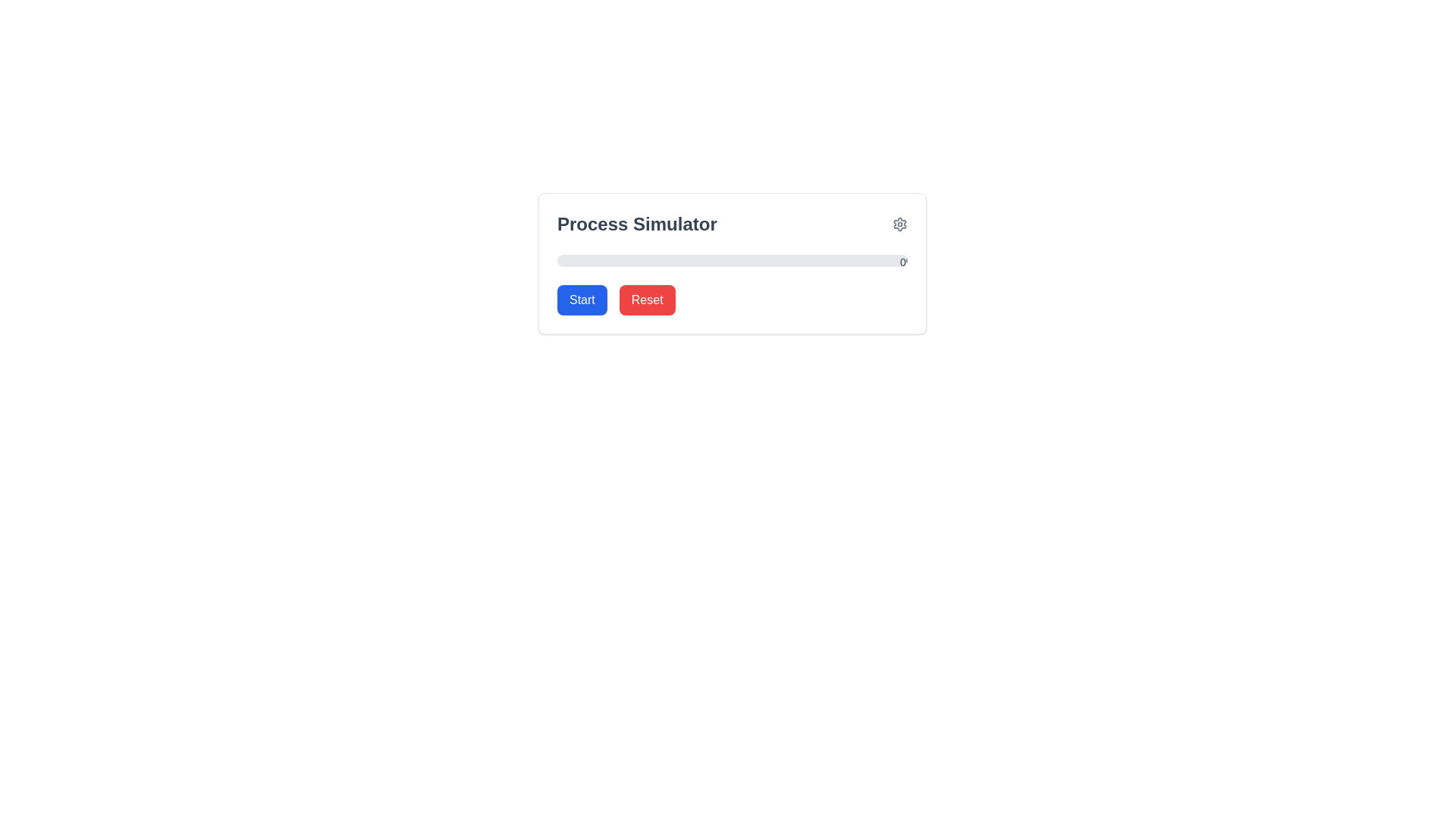 The width and height of the screenshot is (1456, 819). Describe the element at coordinates (899, 224) in the screenshot. I see `the gear icon located at the top-right corner of the 'Process Simulator' interface card` at that location.